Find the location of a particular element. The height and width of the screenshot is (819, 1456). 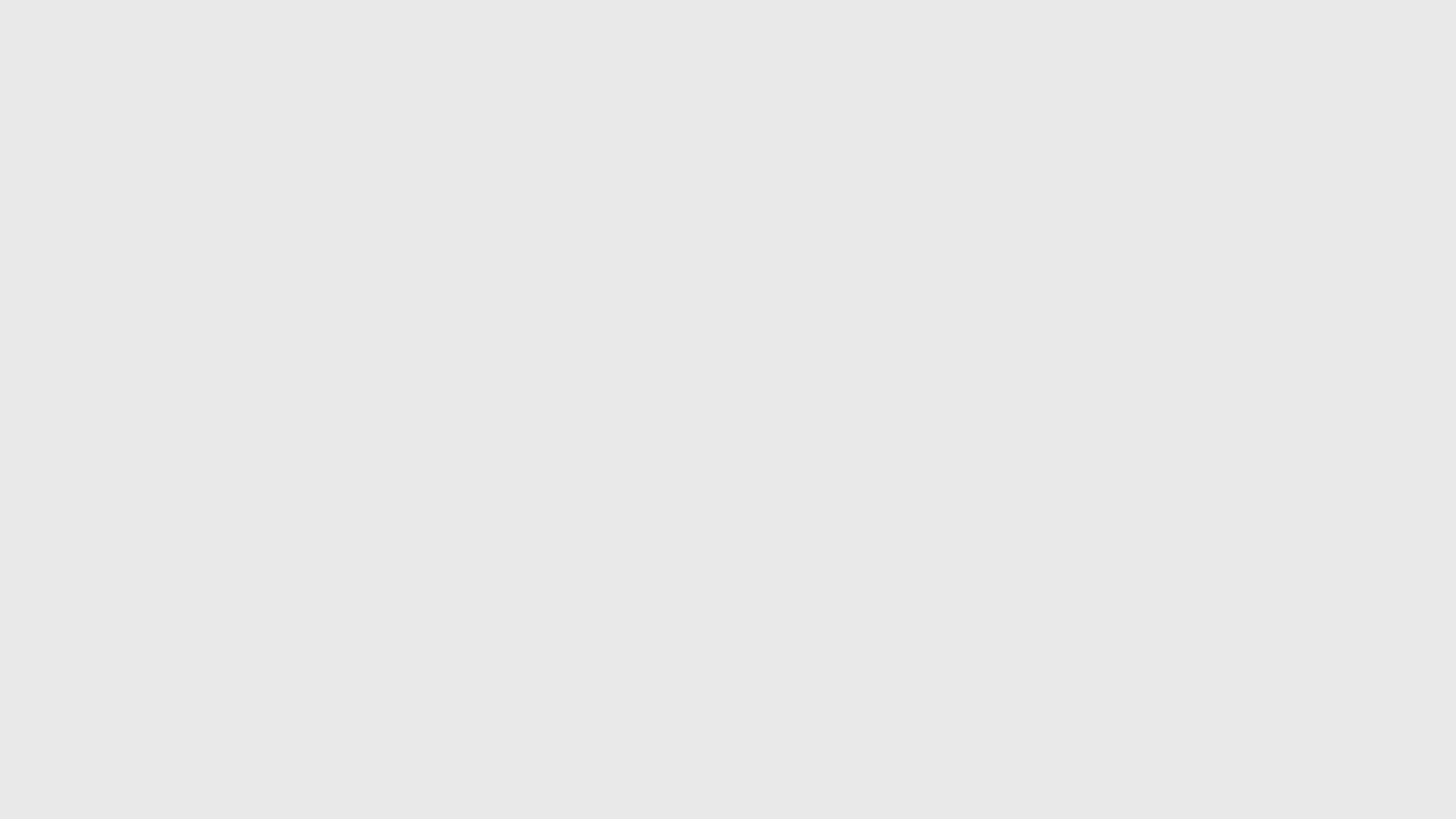

Details is located at coordinates (356, 205).